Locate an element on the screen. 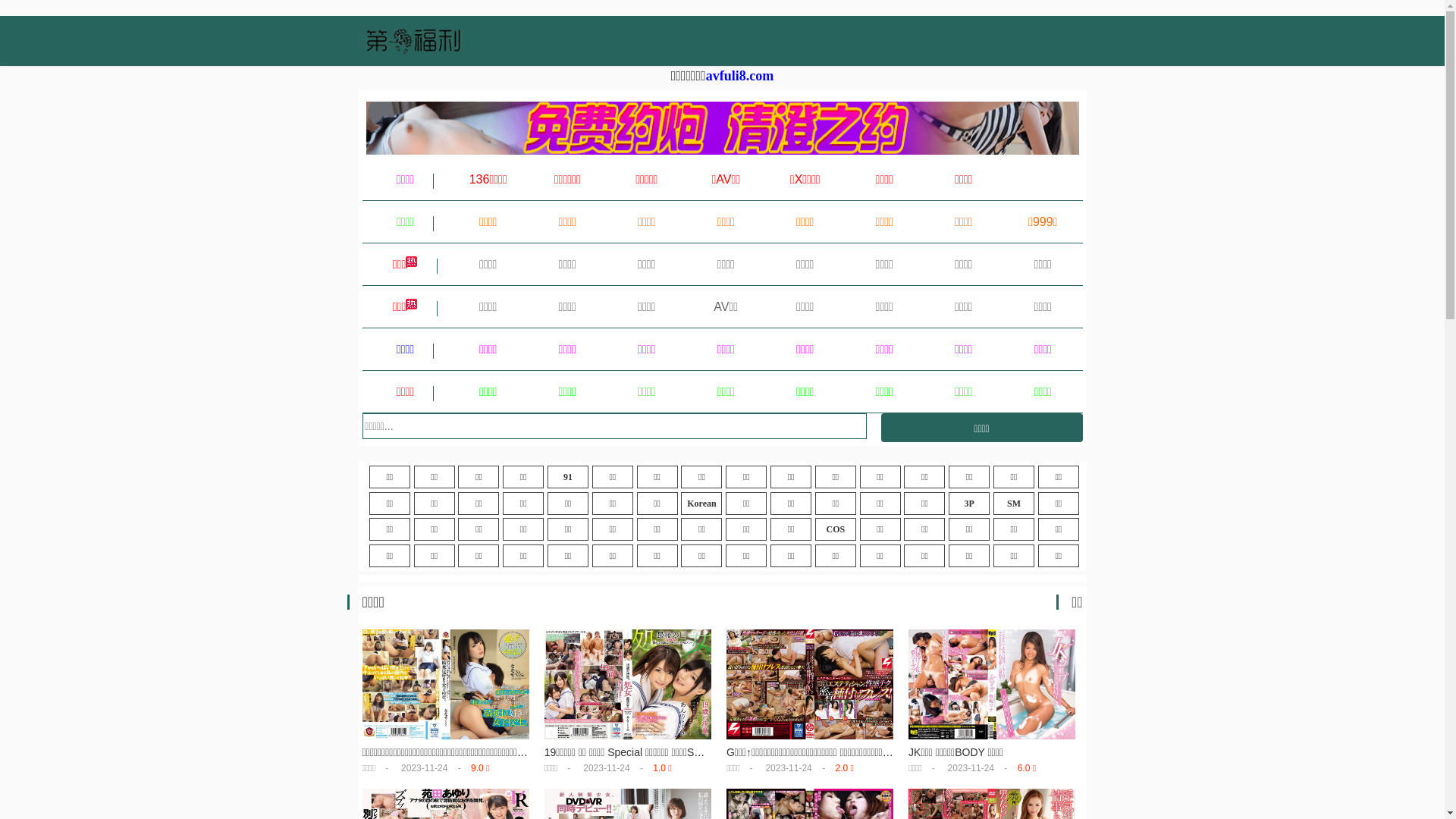  'COS' is located at coordinates (835, 529).